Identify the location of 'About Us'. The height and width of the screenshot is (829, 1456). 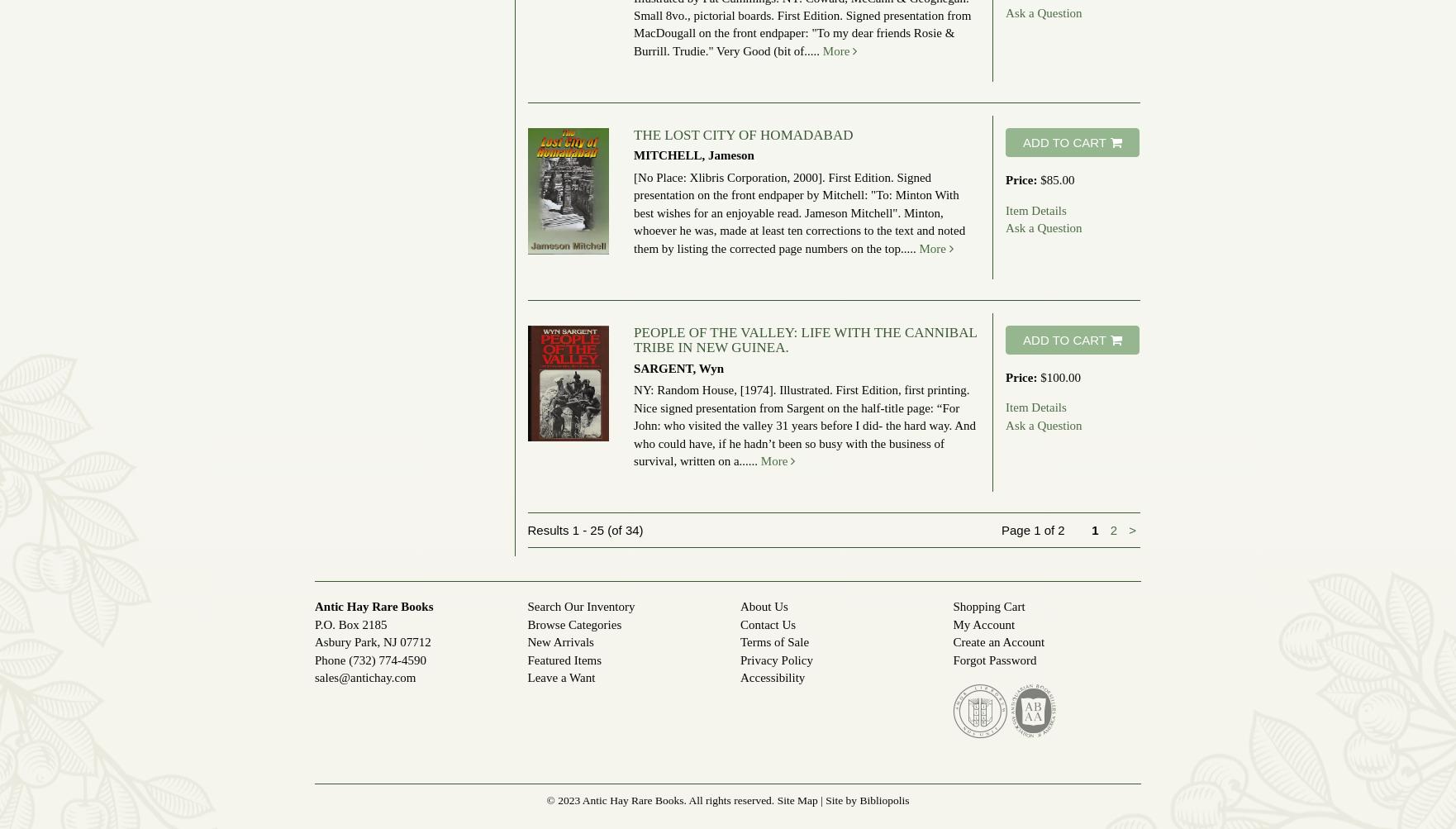
(764, 605).